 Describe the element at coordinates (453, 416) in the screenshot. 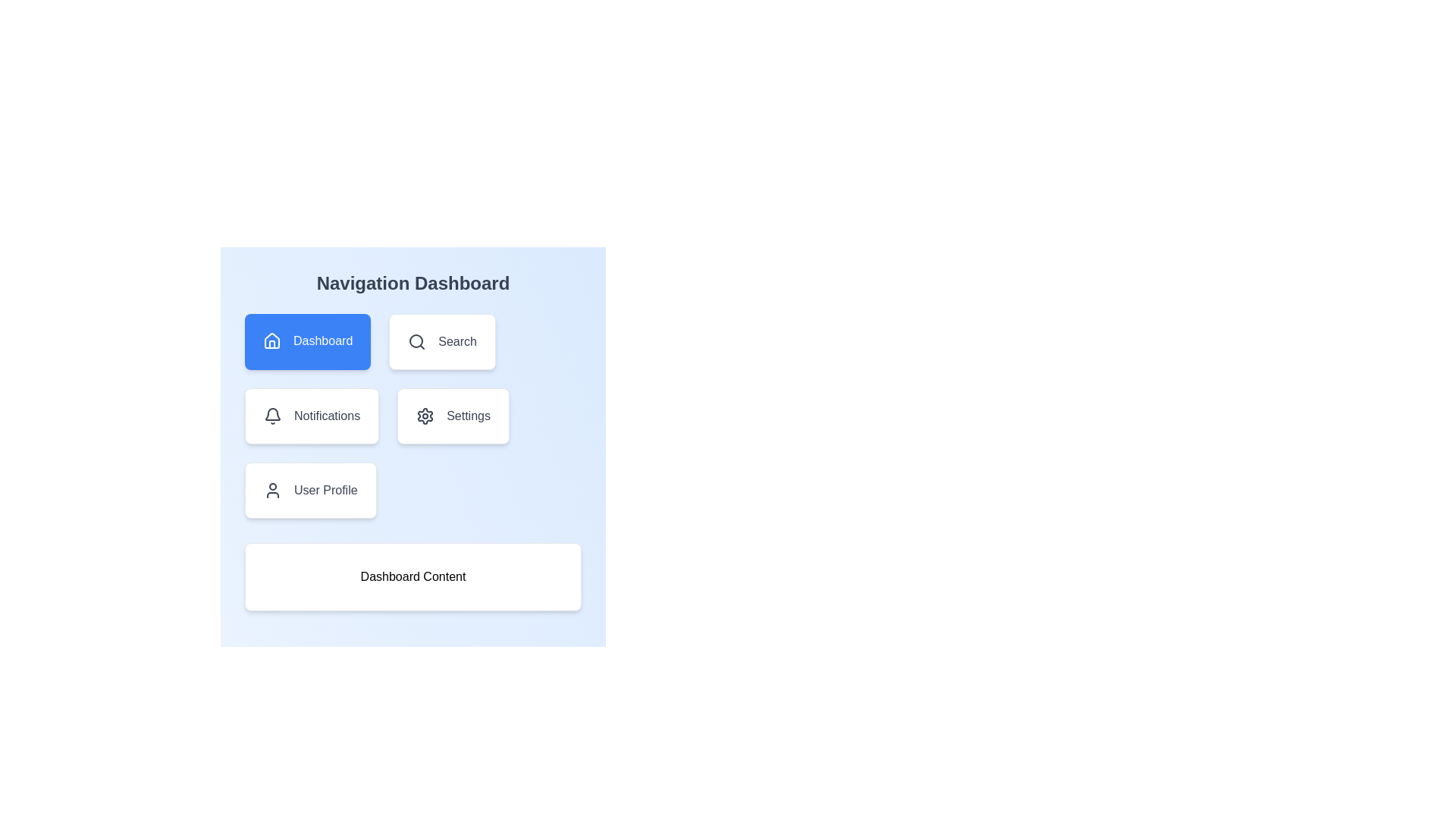

I see `the 'Settings' button, which is a rectangular button with a white background, gray border, and a gear icon on the left side` at that location.